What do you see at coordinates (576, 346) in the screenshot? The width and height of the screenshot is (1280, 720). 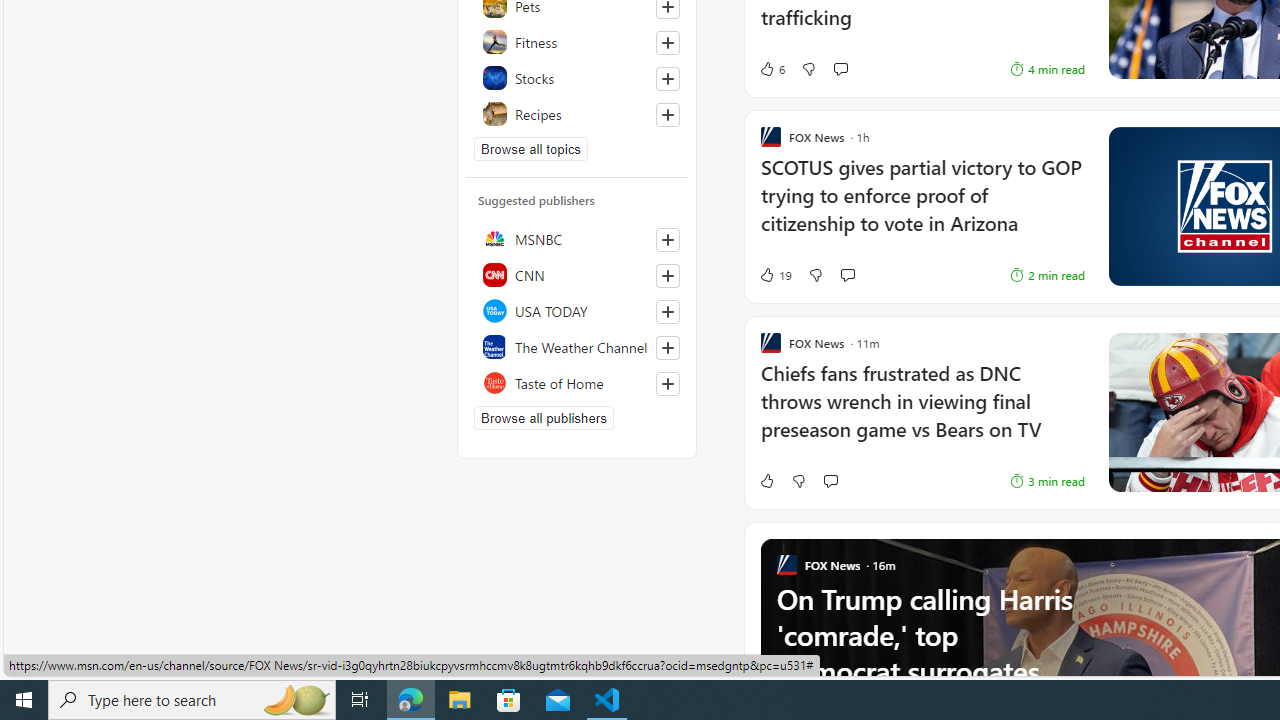 I see `'The Weather Channel'` at bounding box center [576, 346].